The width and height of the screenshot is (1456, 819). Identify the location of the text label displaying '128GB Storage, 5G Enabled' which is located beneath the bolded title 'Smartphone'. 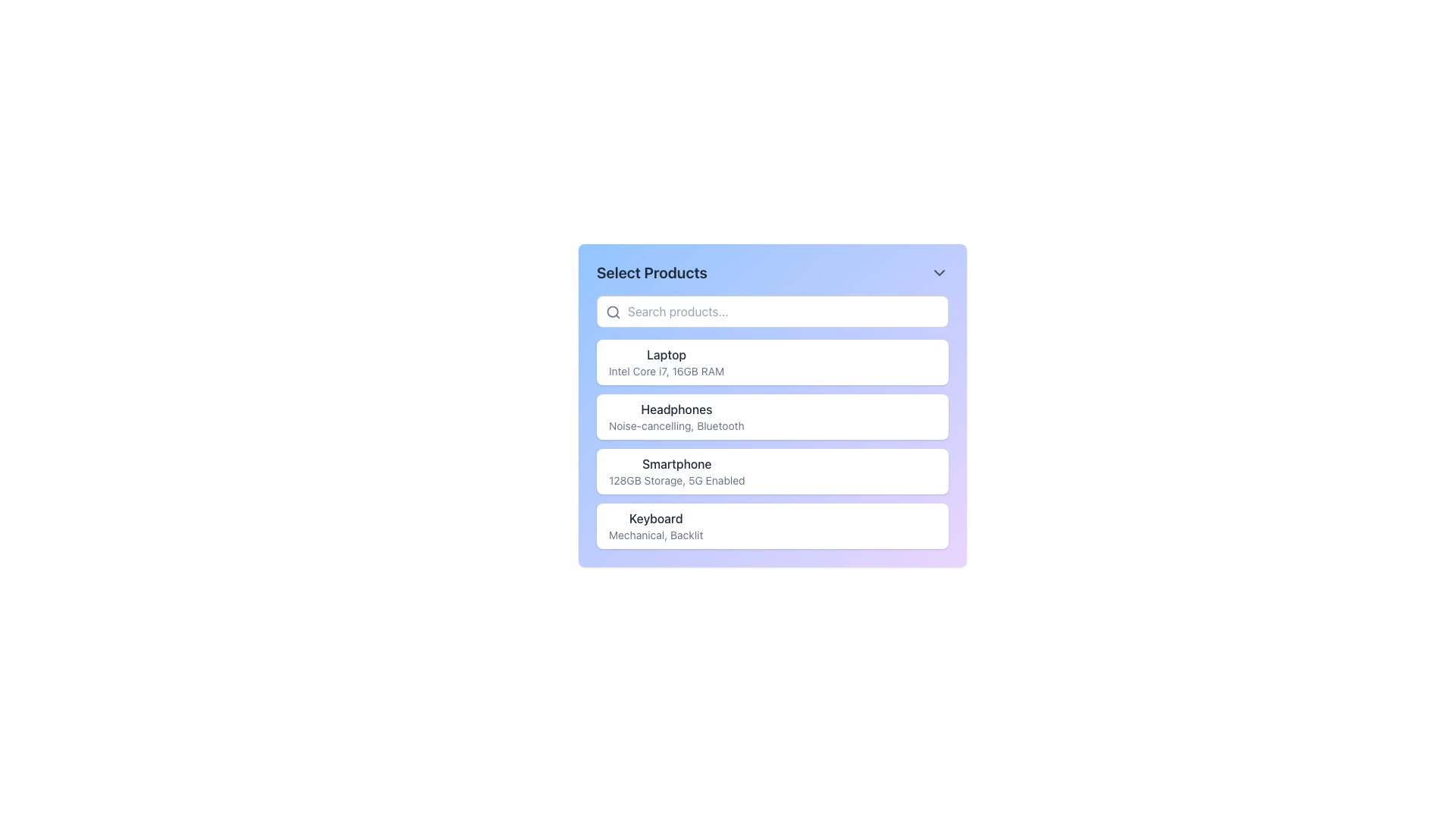
(676, 480).